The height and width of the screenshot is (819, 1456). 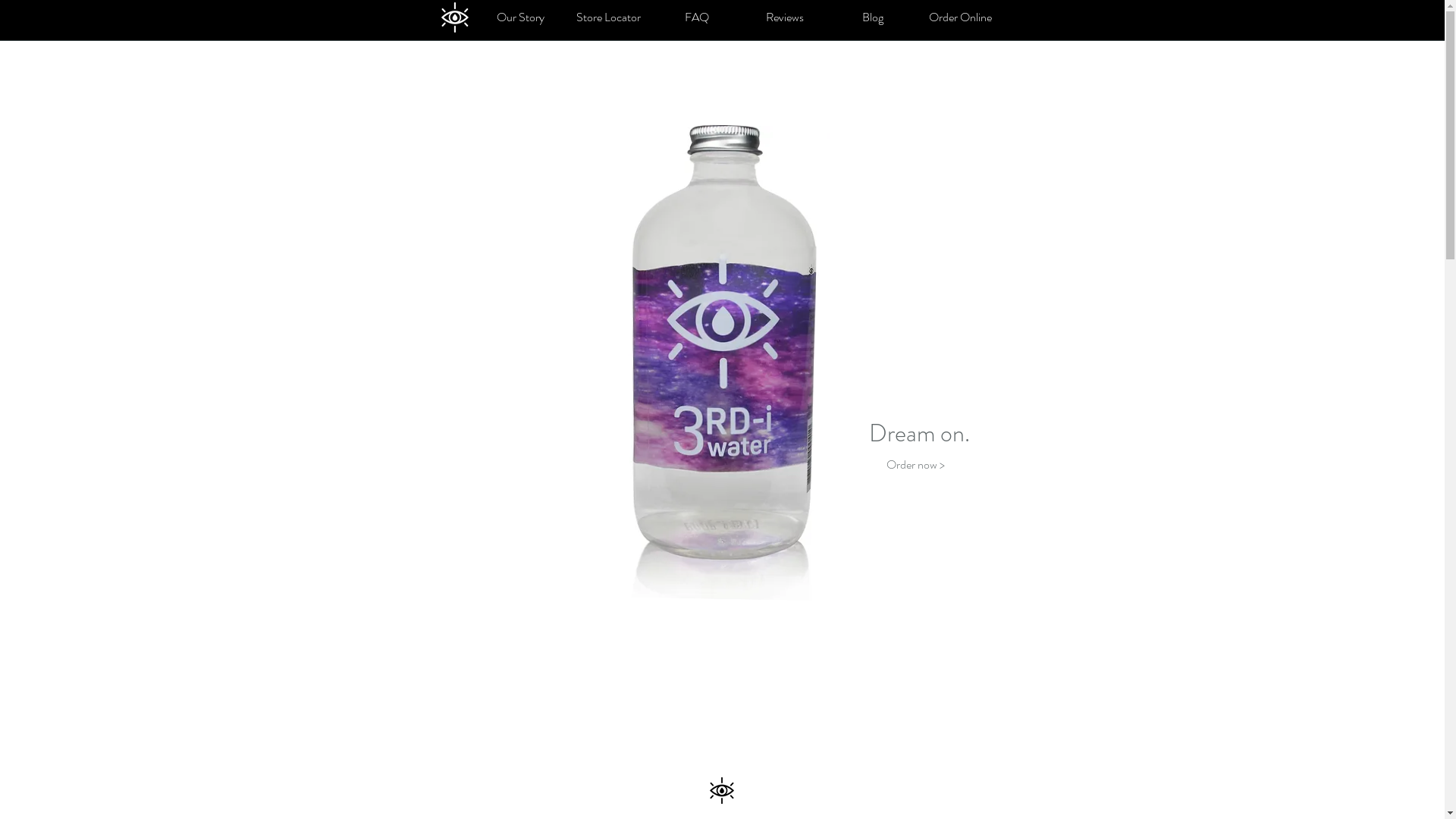 I want to click on 'Store Locator', so click(x=607, y=17).